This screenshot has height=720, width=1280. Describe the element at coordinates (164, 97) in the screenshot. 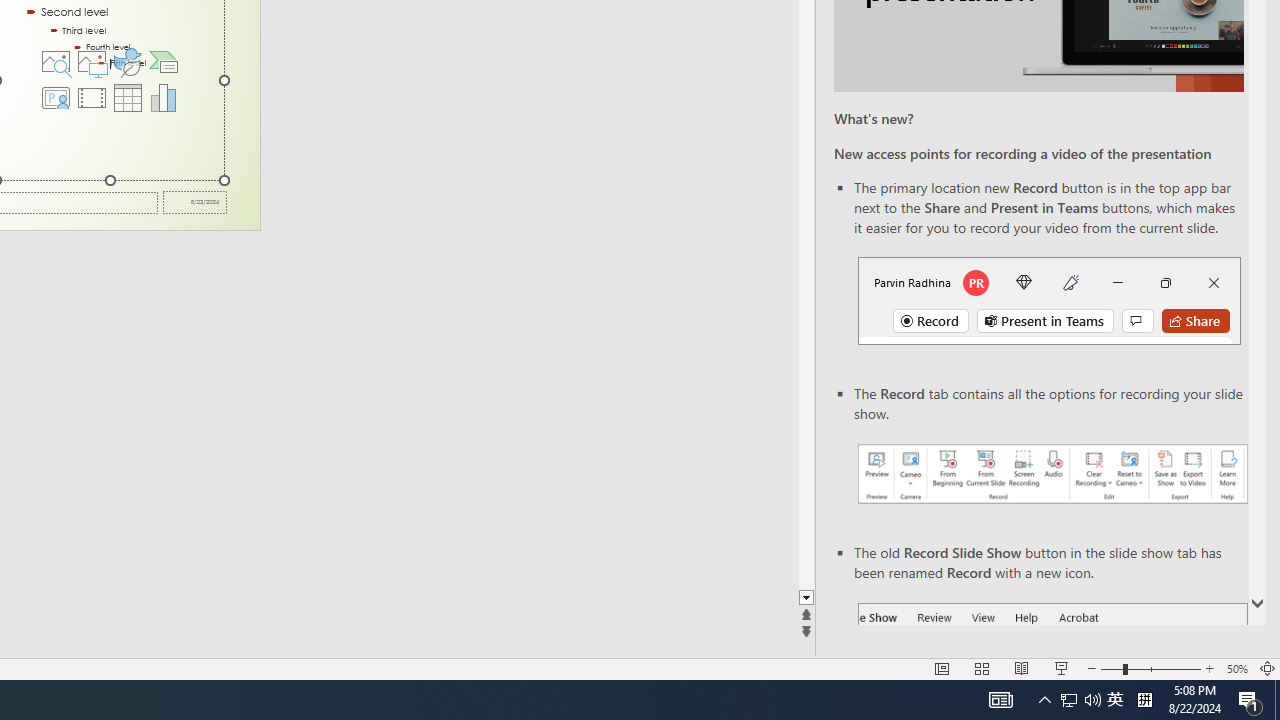

I see `'Insert Chart'` at that location.